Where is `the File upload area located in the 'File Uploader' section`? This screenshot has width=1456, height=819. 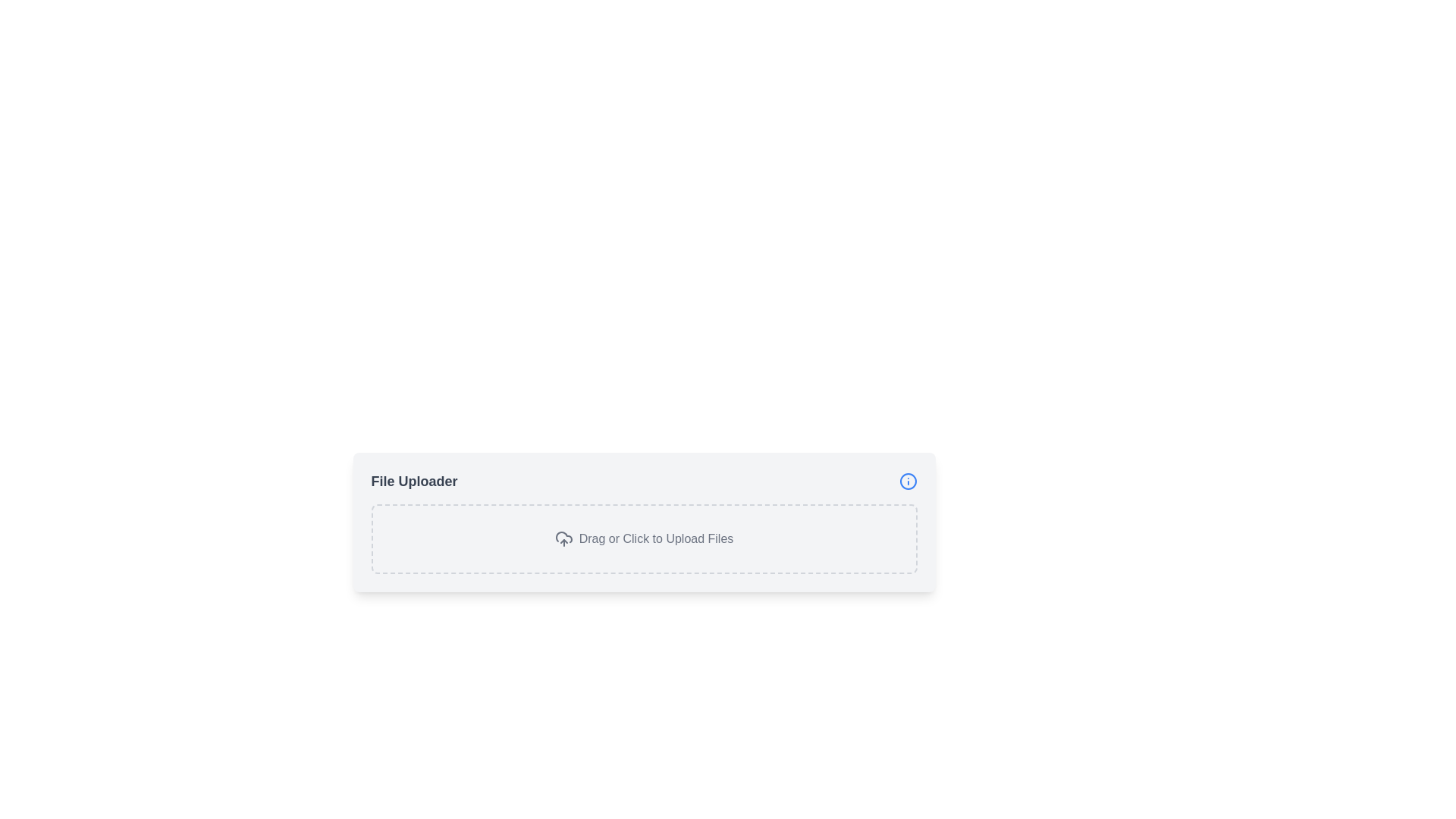
the File upload area located in the 'File Uploader' section is located at coordinates (644, 538).